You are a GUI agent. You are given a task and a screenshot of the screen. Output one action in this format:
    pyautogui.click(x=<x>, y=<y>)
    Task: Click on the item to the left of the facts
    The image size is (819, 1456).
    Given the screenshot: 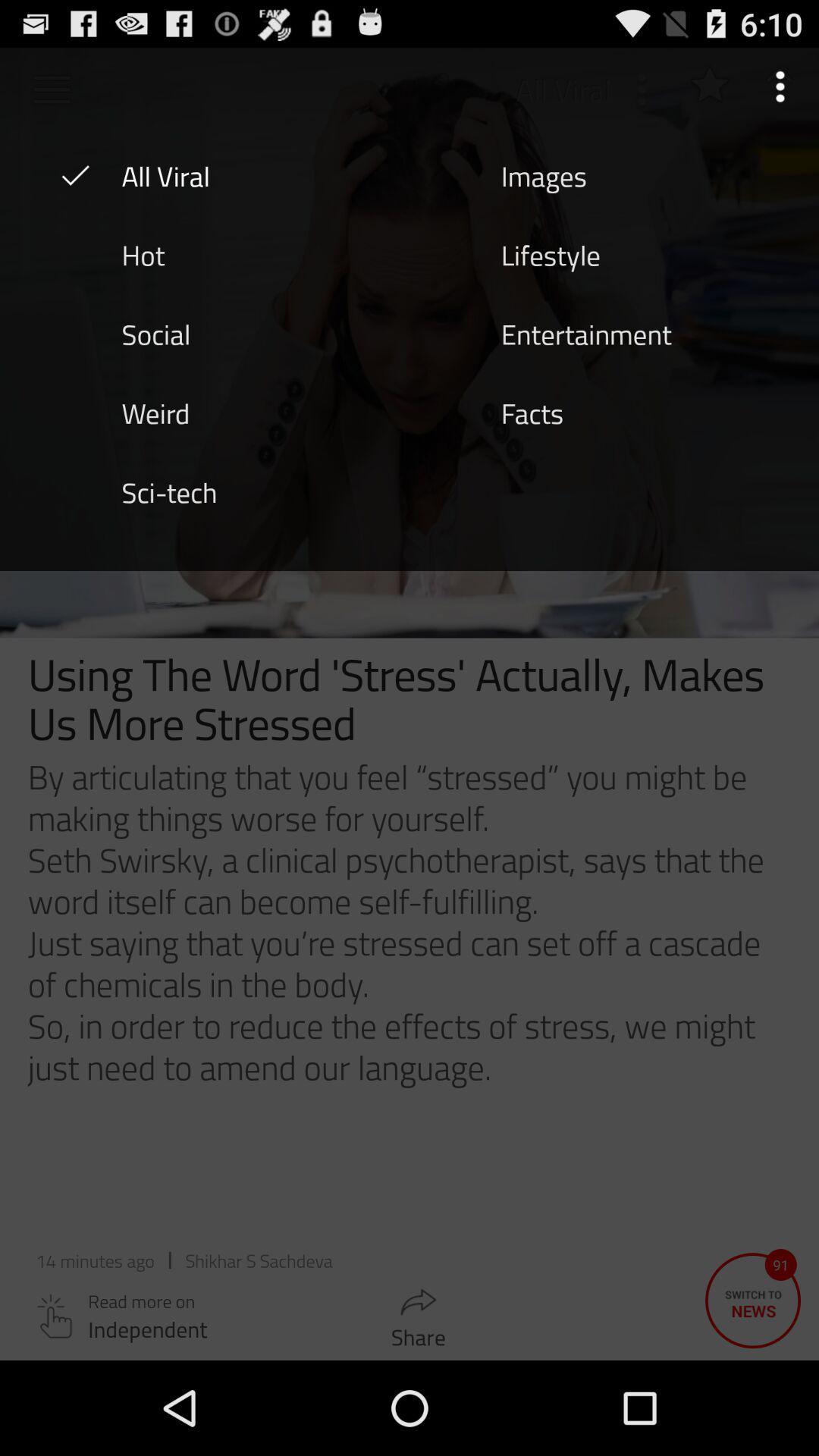 What is the action you would take?
    pyautogui.click(x=155, y=412)
    